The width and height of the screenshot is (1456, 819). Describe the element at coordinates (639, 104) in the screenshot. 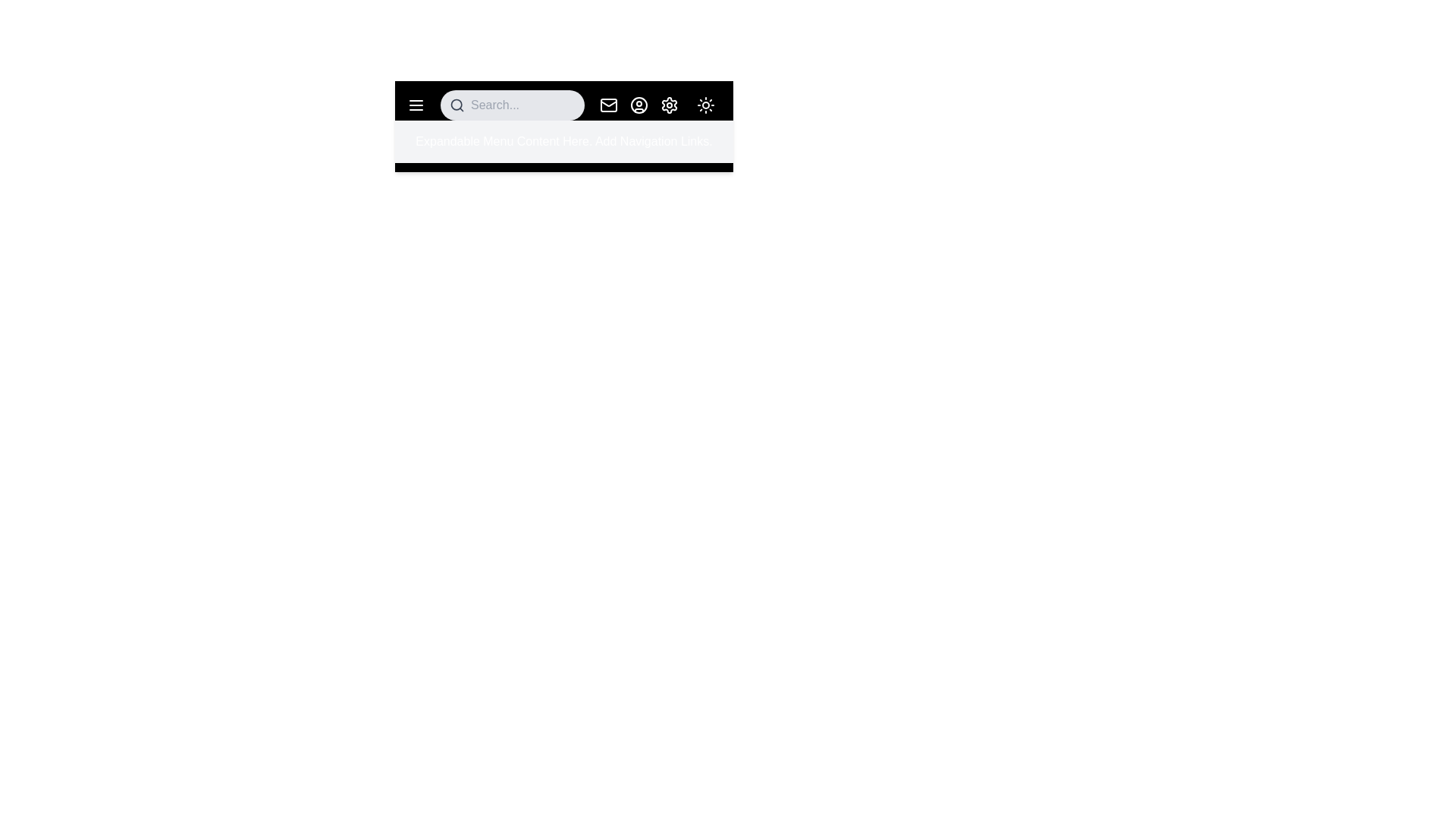

I see `the user icon to access profile-related actions` at that location.